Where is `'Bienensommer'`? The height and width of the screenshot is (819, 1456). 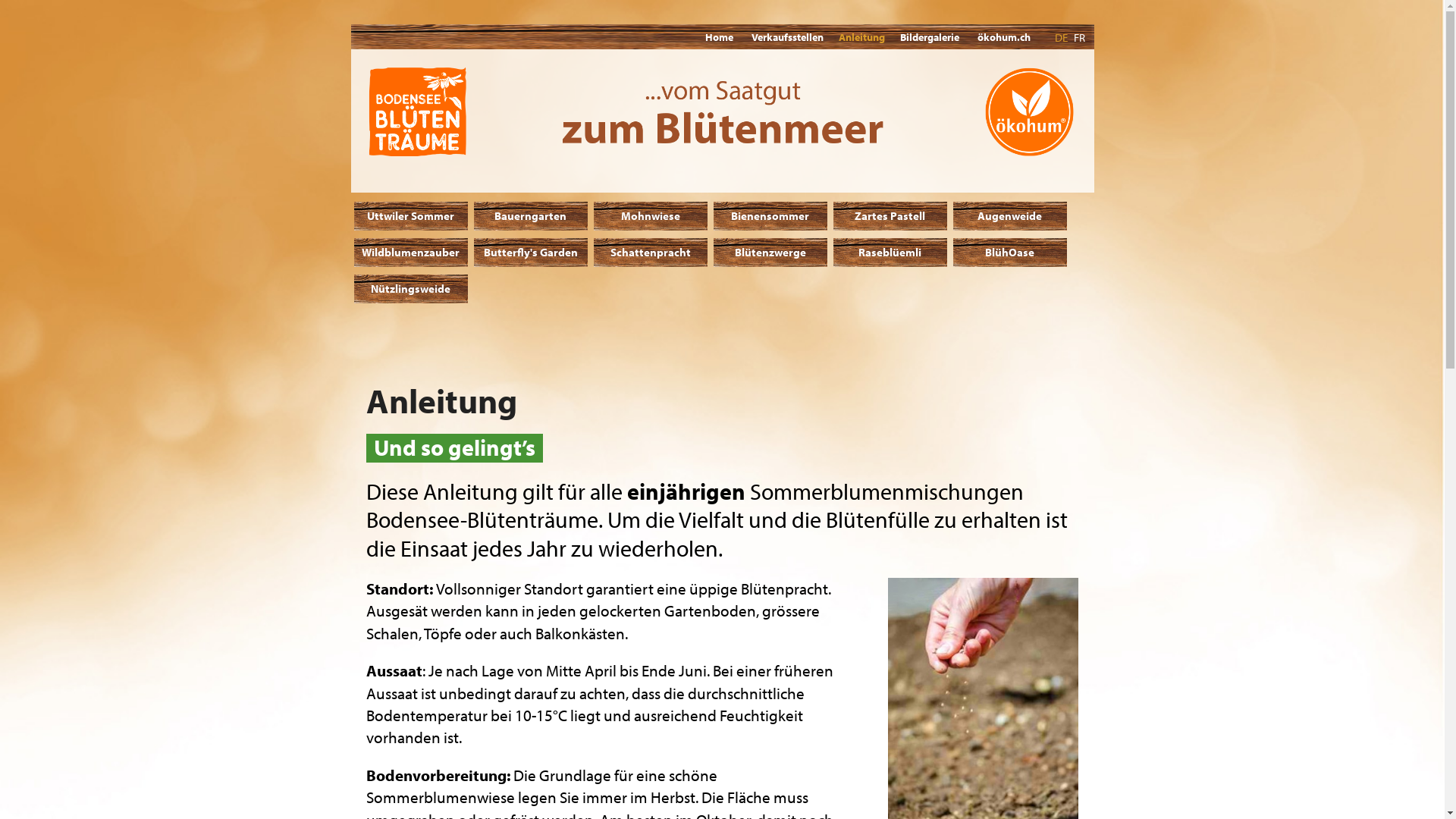 'Bienensommer' is located at coordinates (712, 216).